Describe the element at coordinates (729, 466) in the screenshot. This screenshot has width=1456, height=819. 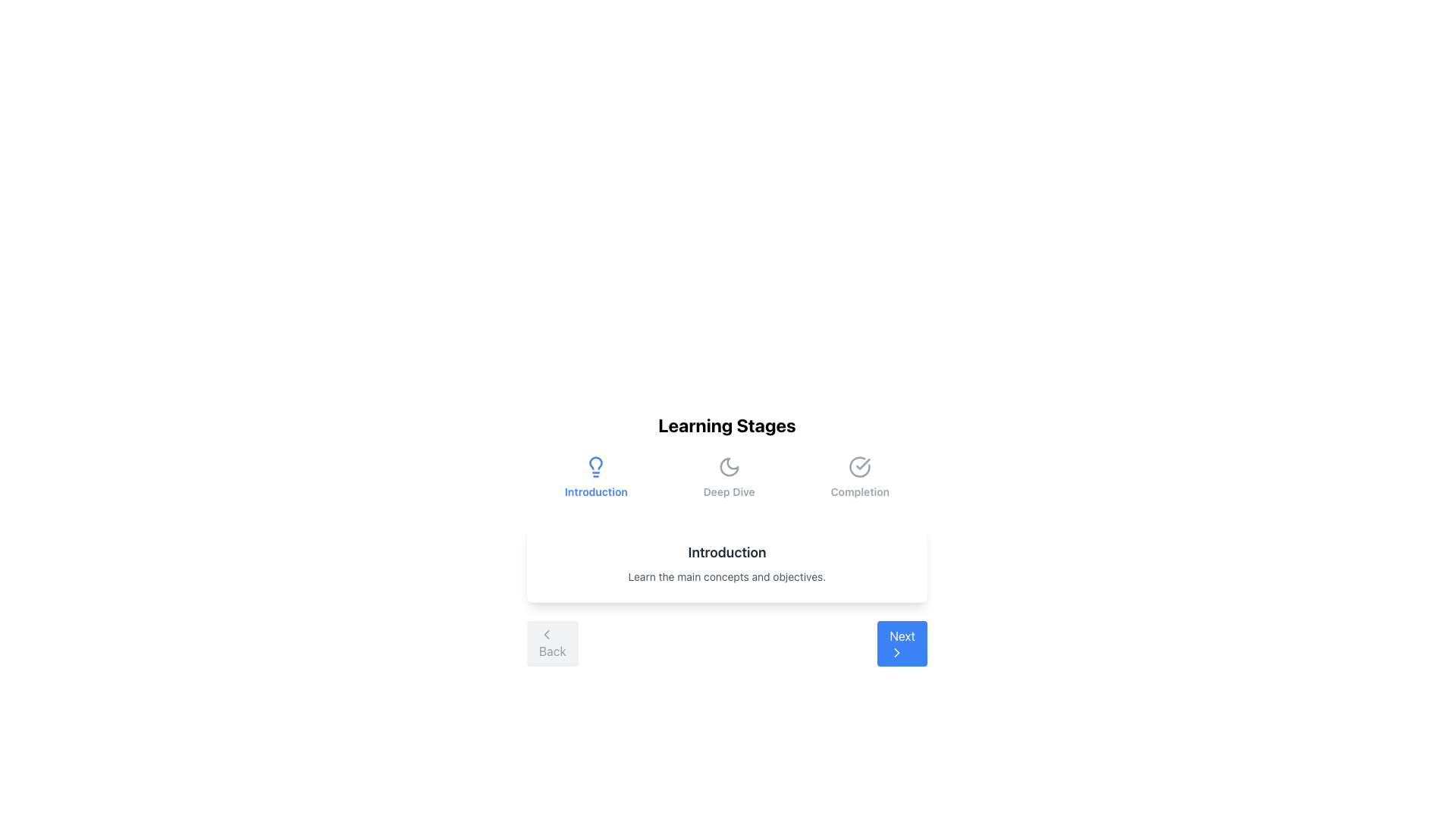
I see `the 'Deep Dive' icon in the Learning Stages module, which is centrally located in the 'Deep Dive' section of a horizontal layout of icons` at that location.